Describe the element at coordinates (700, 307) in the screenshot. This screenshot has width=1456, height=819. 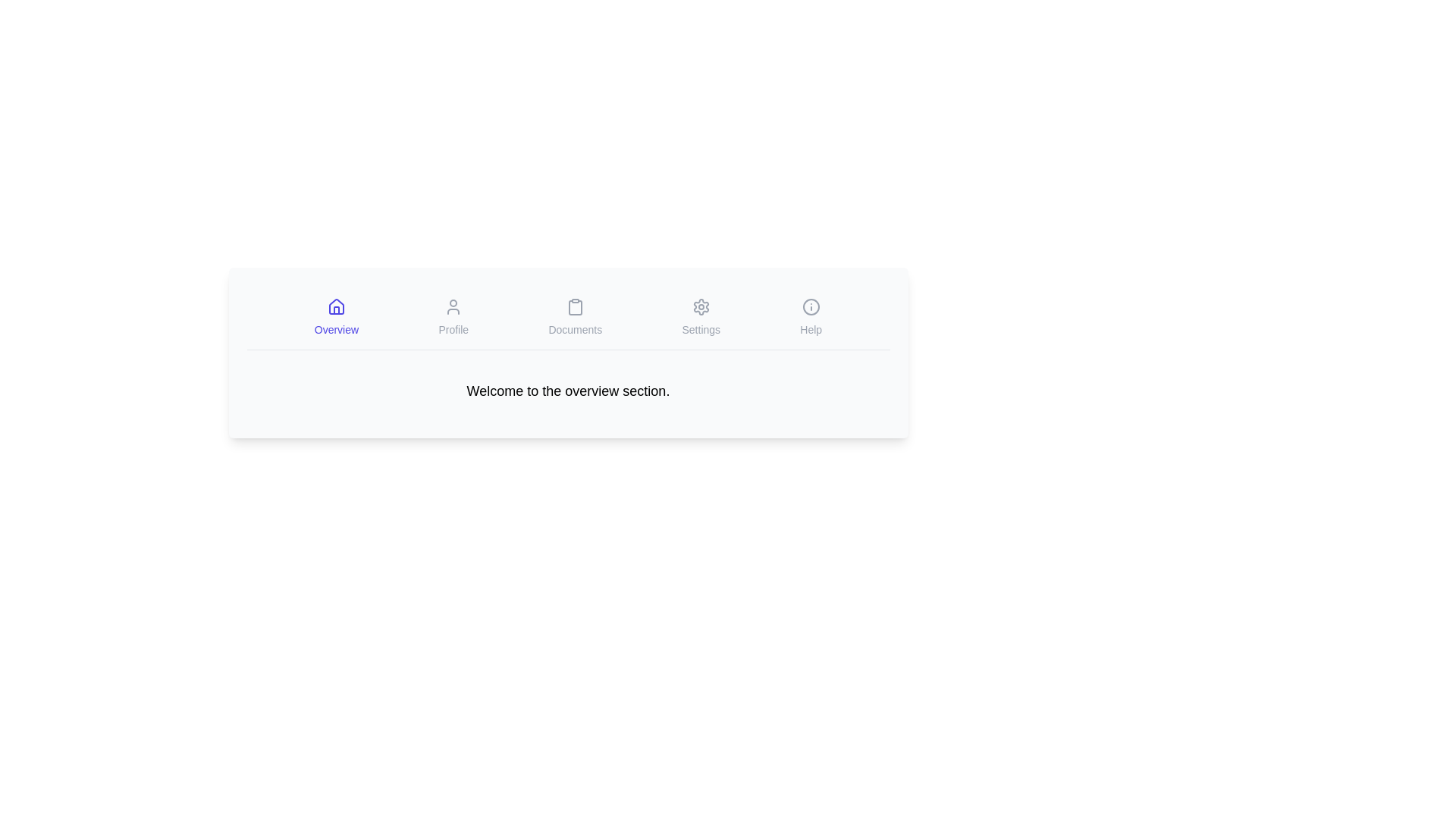
I see `the settings icon button located in the fourth position of the horizontal navigation menu` at that location.